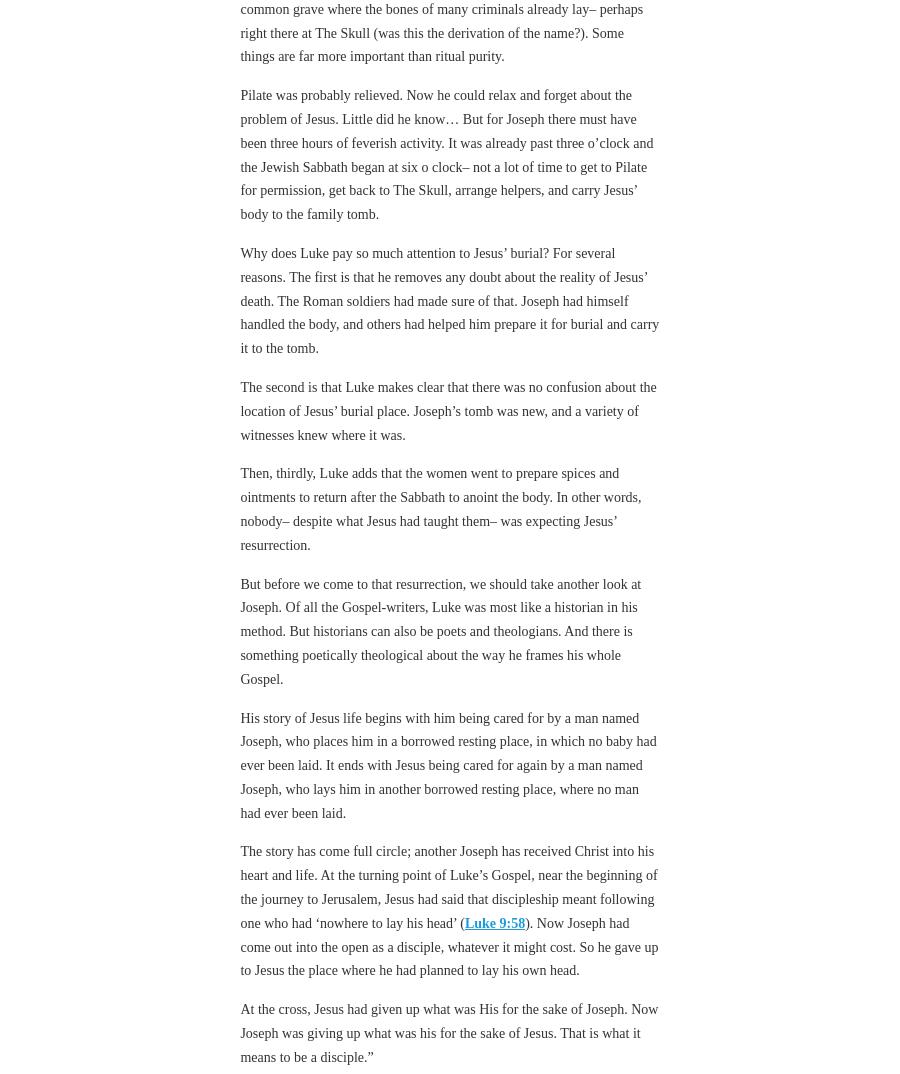 Image resolution: width=900 pixels, height=1074 pixels. Describe the element at coordinates (440, 630) in the screenshot. I see `'But before we come to that resurrection, we should take another look at Joseph. Of all the Gospel-writers, Luke was most like a historian in his method. But historians can also be poets and theologians. And there is something poetically theological about the way he frames his whole Gospel.'` at that location.